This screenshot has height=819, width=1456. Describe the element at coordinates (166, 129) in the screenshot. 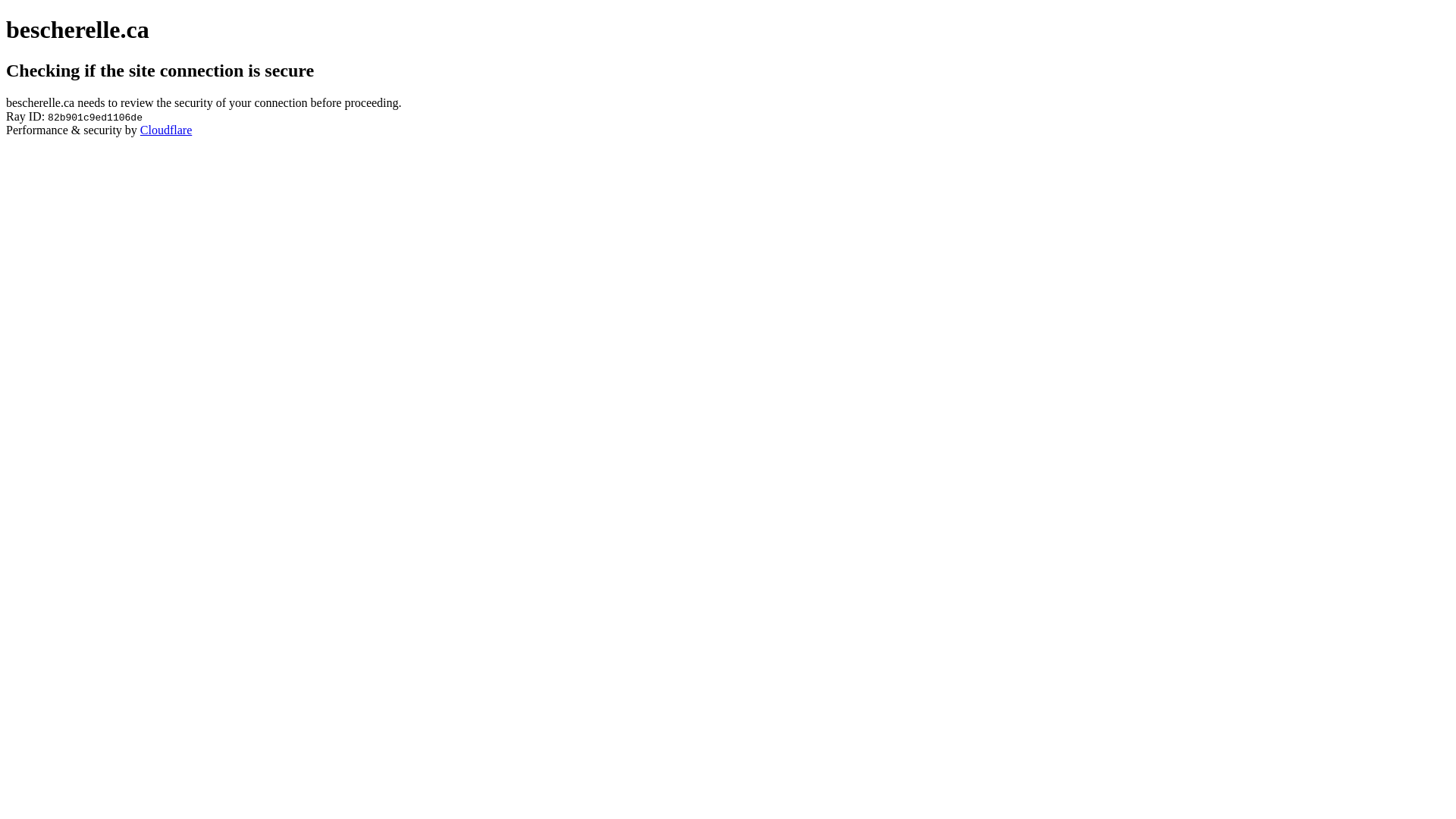

I see `'Cloudflare'` at that location.